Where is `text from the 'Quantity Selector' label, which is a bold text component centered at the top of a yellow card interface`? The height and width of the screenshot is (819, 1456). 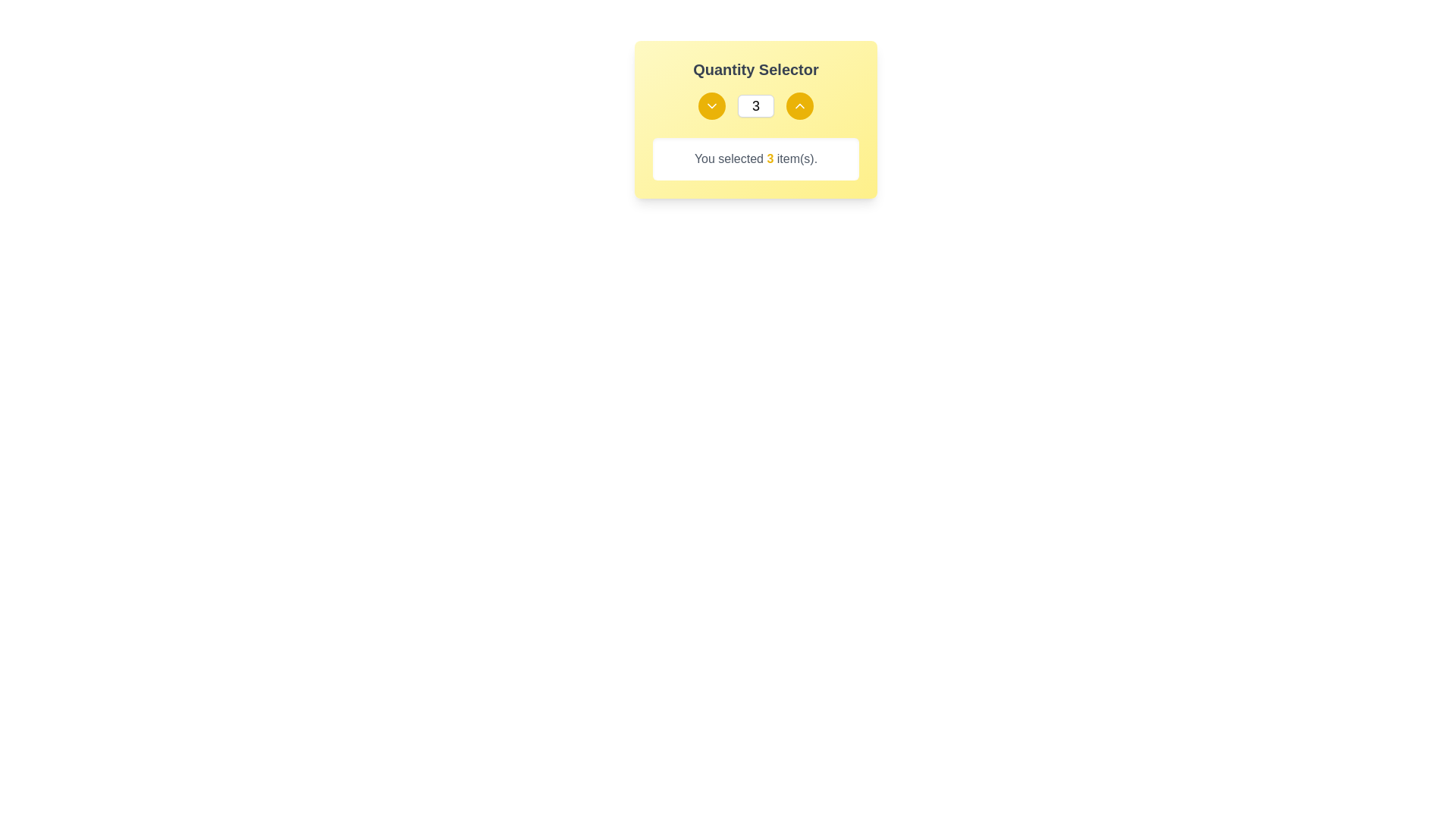 text from the 'Quantity Selector' label, which is a bold text component centered at the top of a yellow card interface is located at coordinates (756, 70).